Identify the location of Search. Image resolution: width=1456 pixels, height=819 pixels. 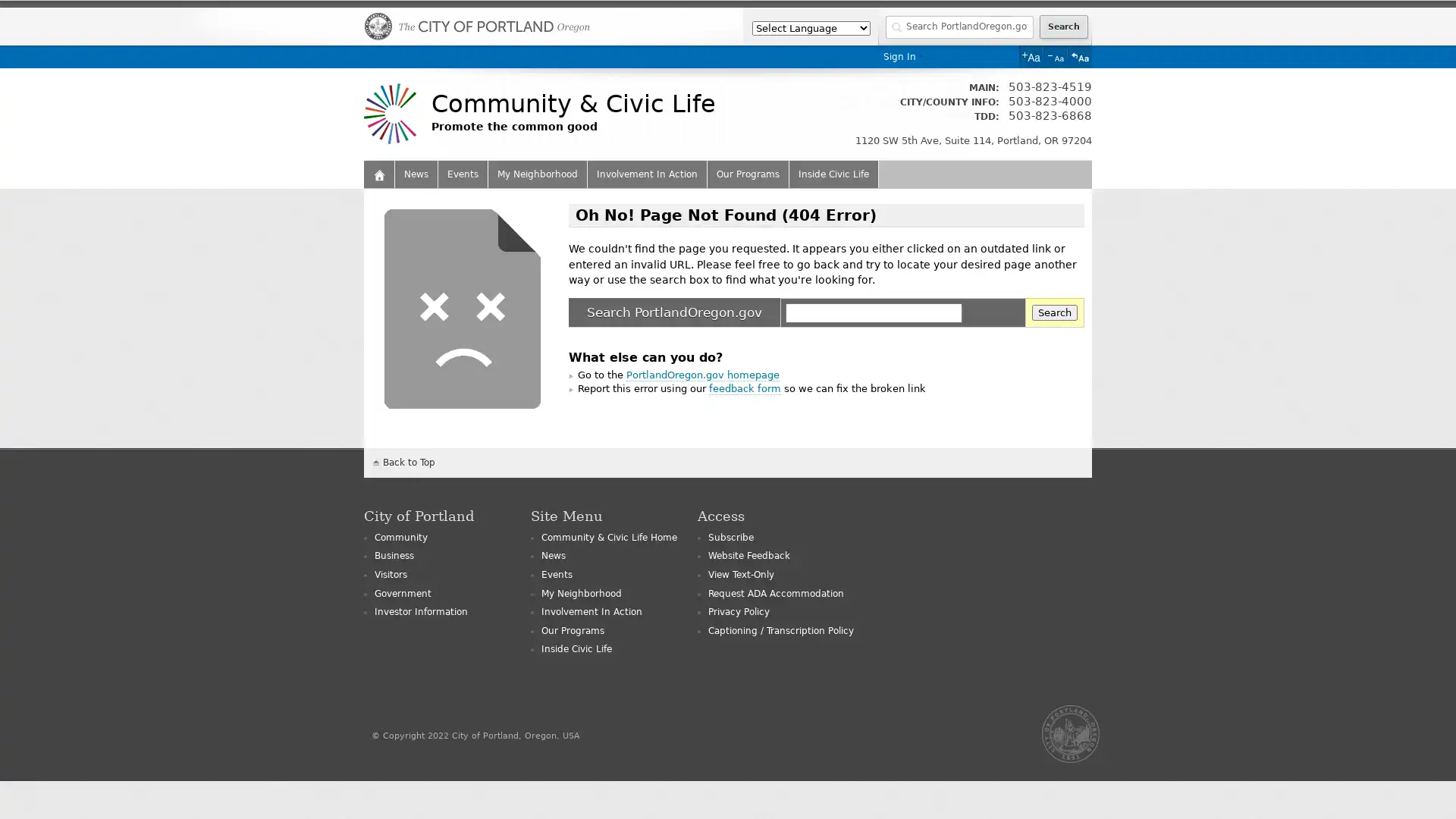
(1062, 27).